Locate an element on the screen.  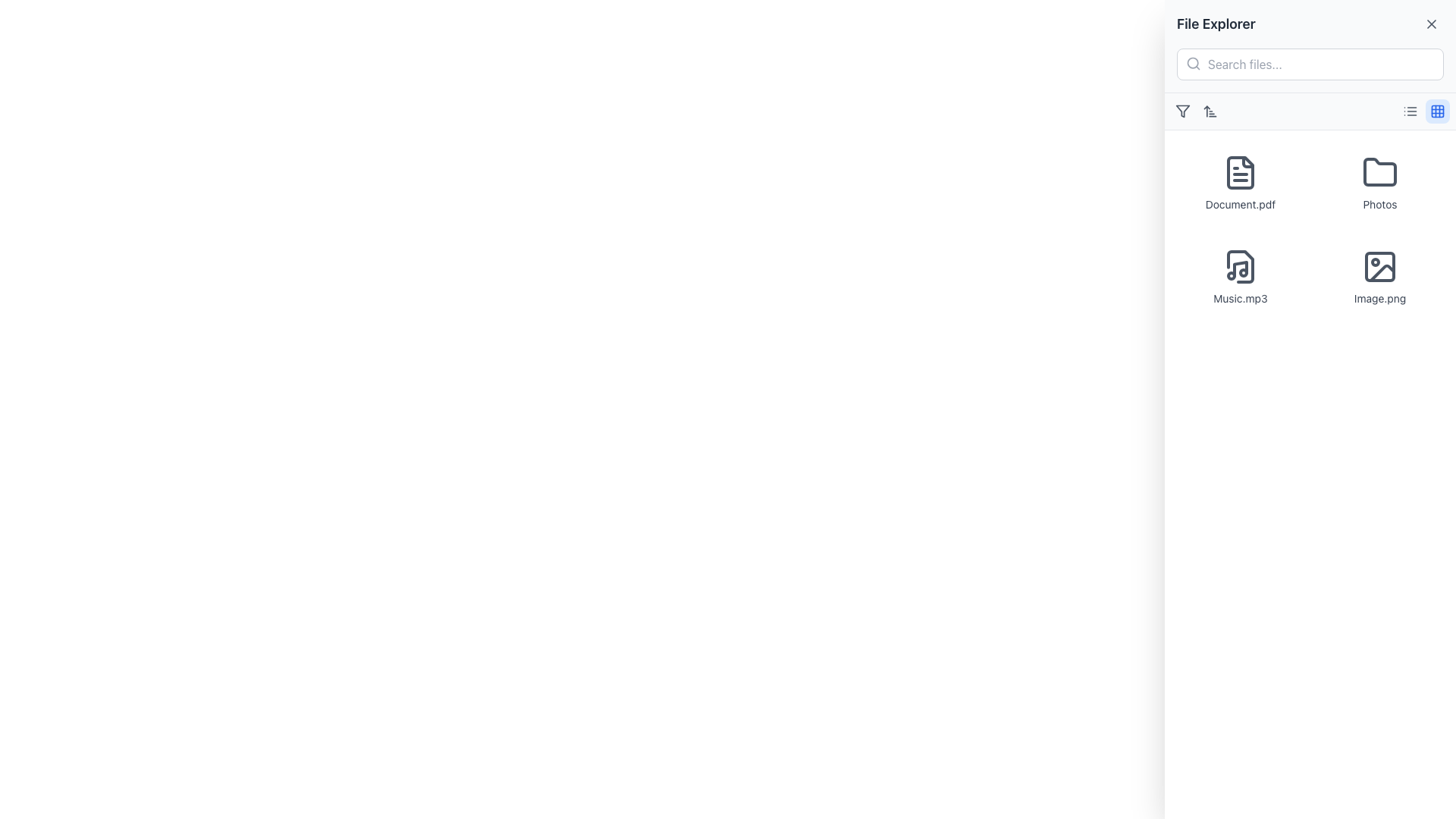
the third file item widget representing 'Music.mp3' is located at coordinates (1241, 278).